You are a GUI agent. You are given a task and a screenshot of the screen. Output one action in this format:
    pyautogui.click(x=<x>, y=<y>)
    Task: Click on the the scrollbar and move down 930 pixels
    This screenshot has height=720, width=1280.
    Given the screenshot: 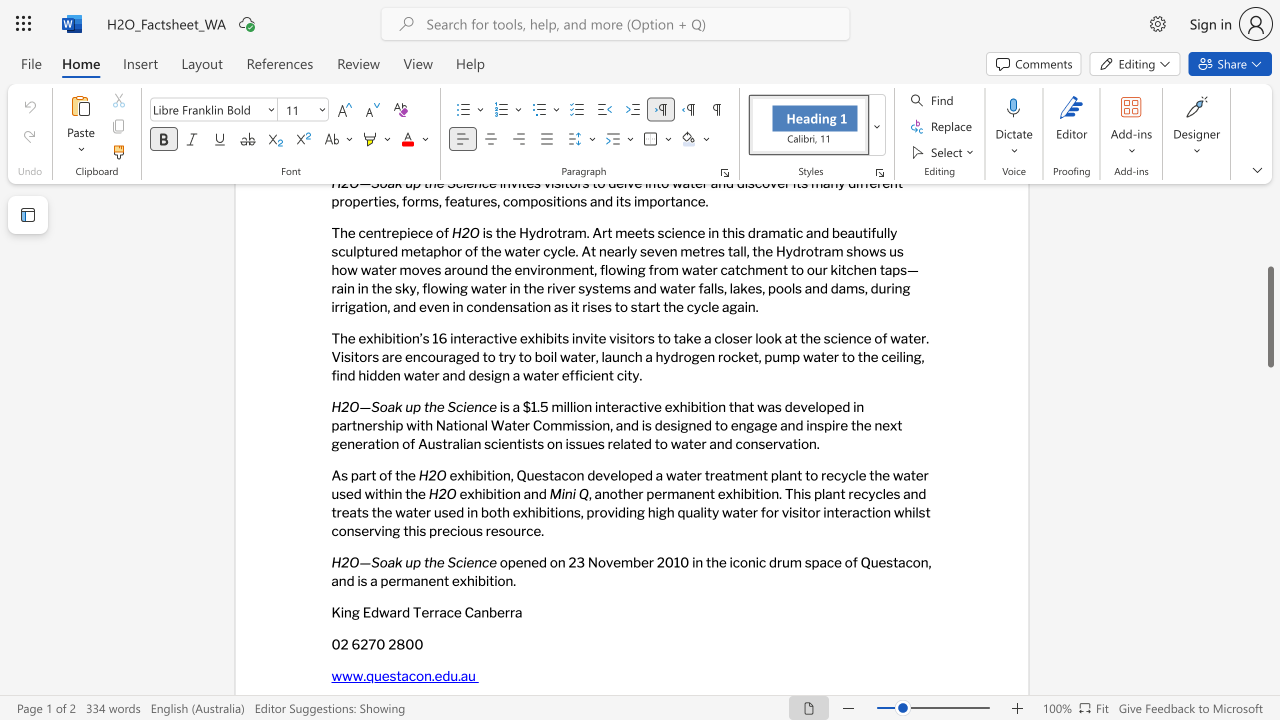 What is the action you would take?
    pyautogui.click(x=1269, y=316)
    